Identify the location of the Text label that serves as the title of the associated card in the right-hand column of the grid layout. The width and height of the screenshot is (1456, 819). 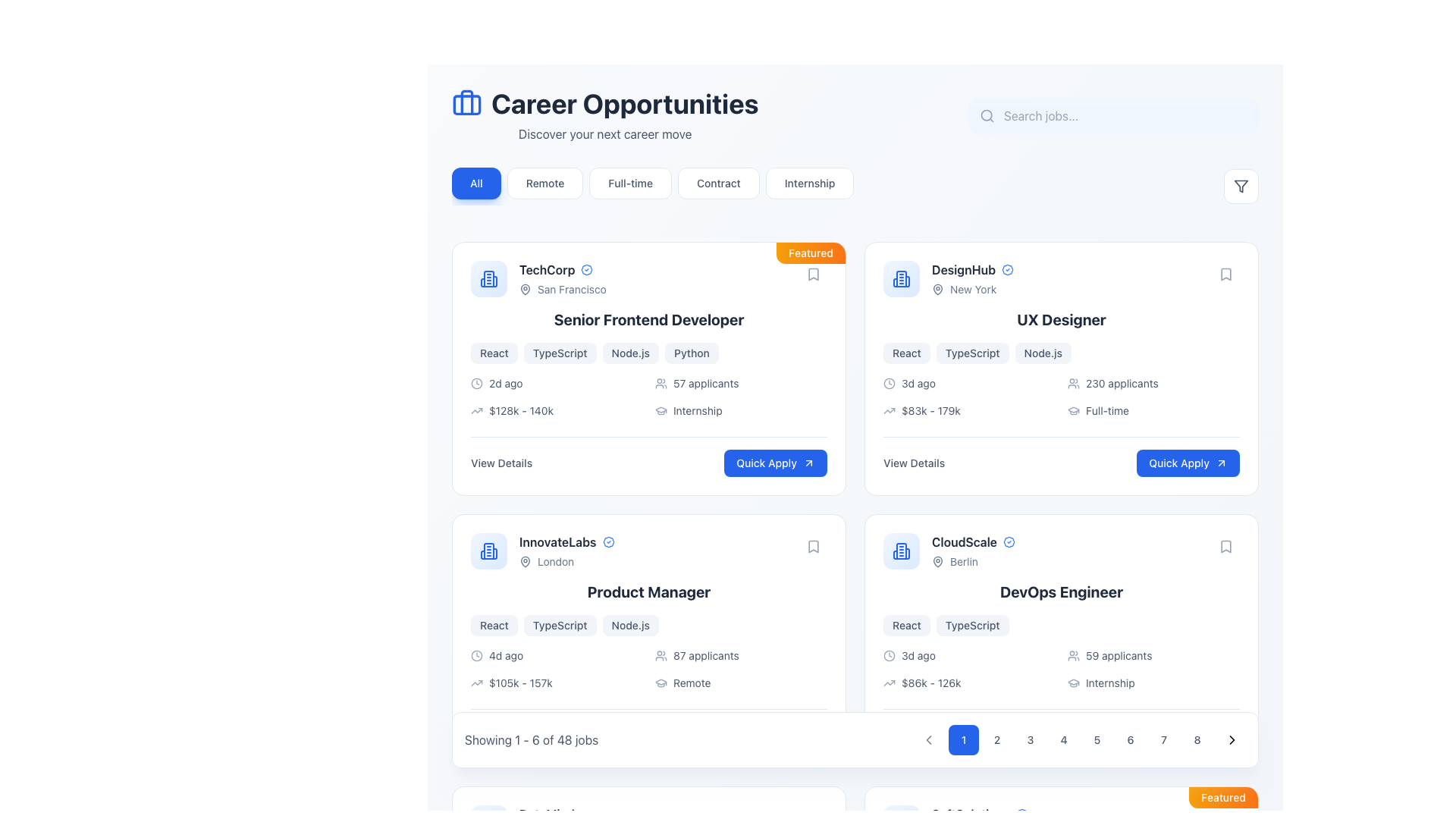
(963, 268).